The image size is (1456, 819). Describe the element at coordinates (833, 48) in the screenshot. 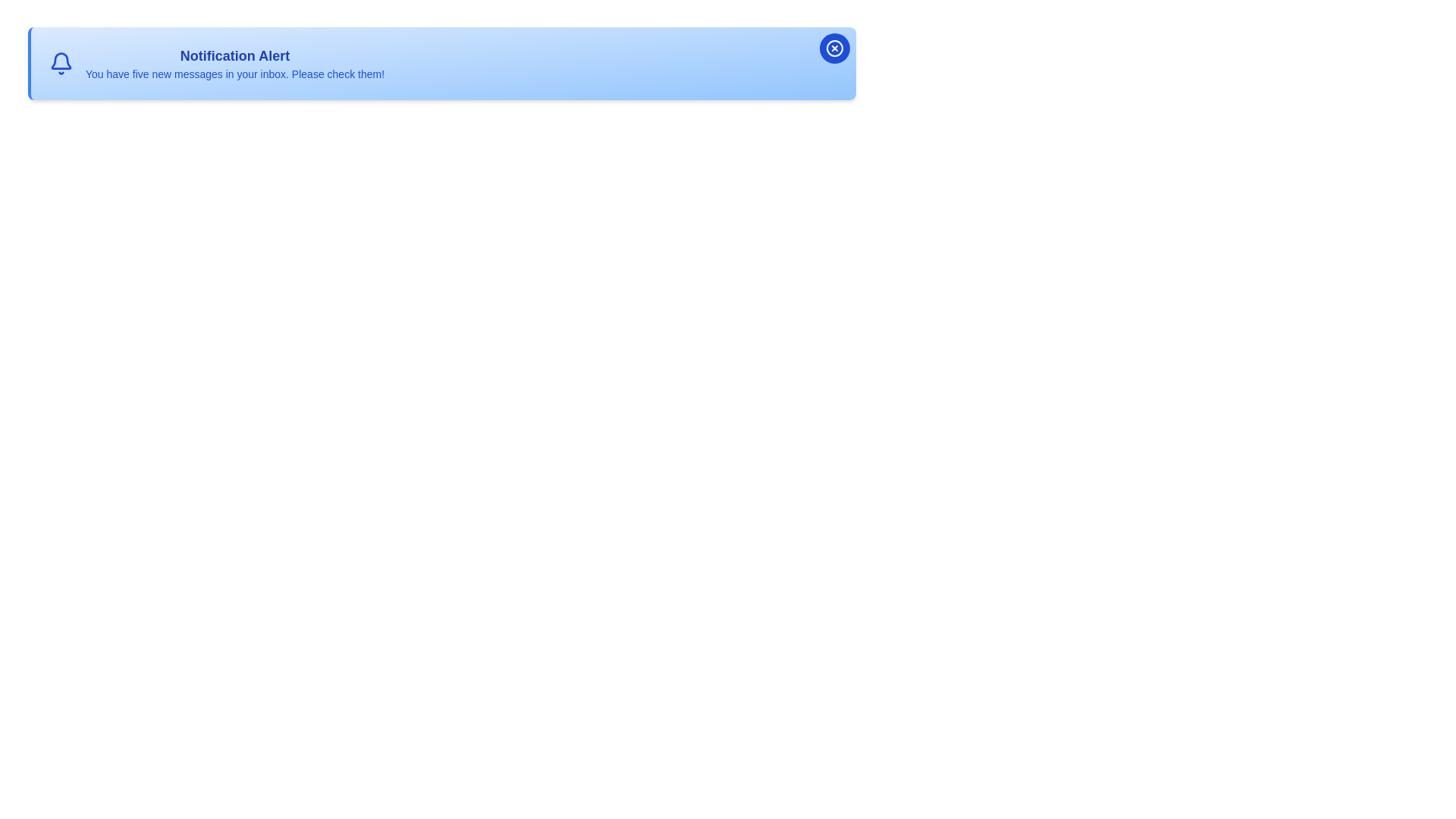

I see `the close button to dismiss the notification` at that location.